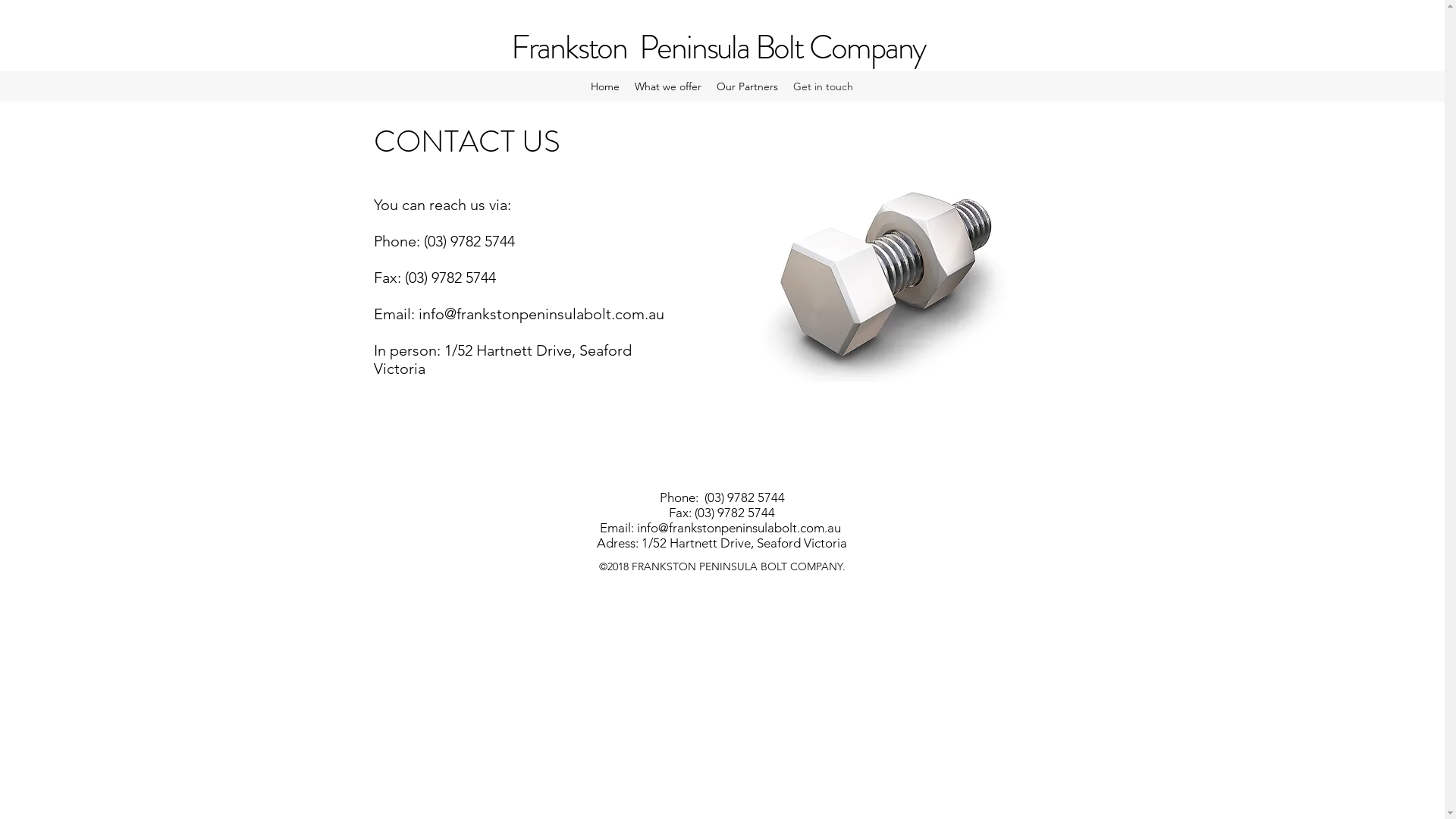 The width and height of the screenshot is (1456, 819). What do you see at coordinates (582, 86) in the screenshot?
I see `'Home'` at bounding box center [582, 86].